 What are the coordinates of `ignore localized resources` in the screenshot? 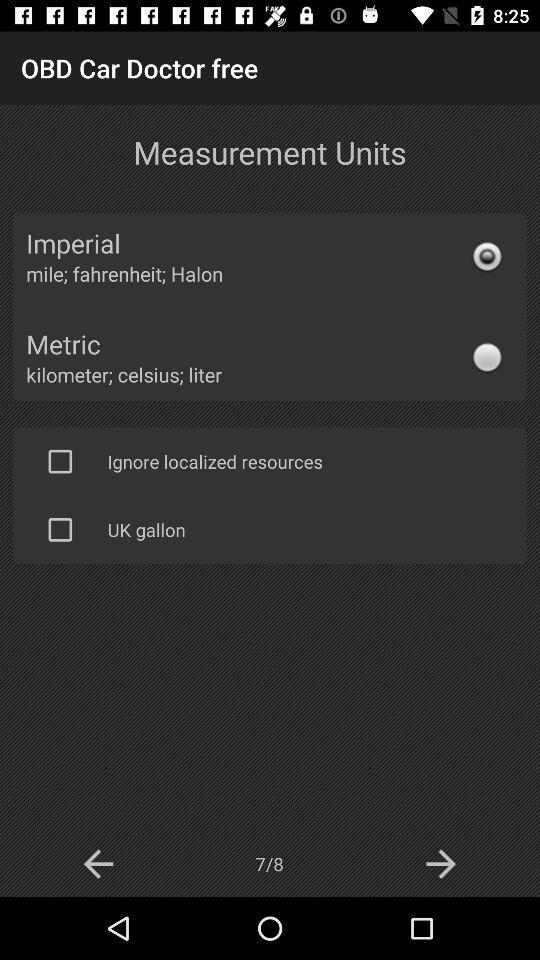 It's located at (60, 461).